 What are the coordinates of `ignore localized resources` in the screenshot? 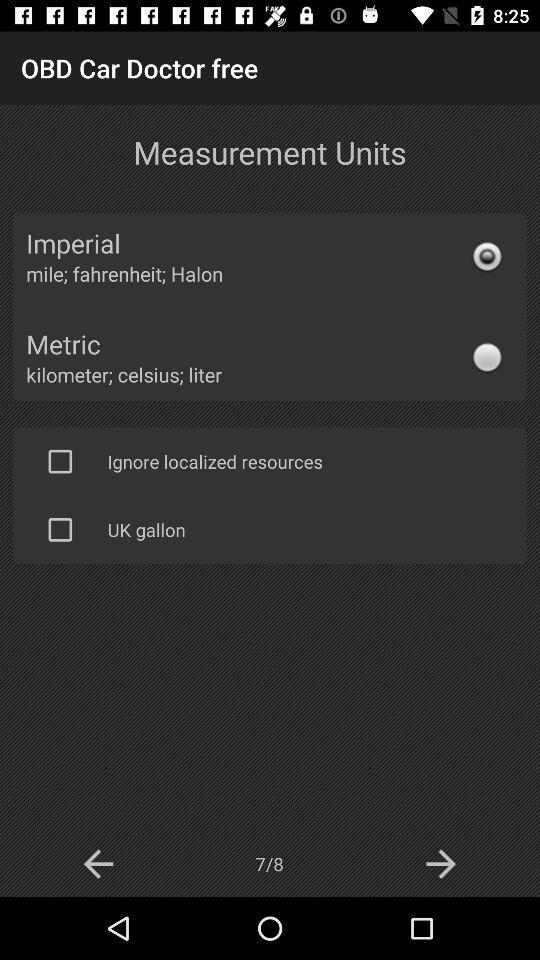 It's located at (60, 461).